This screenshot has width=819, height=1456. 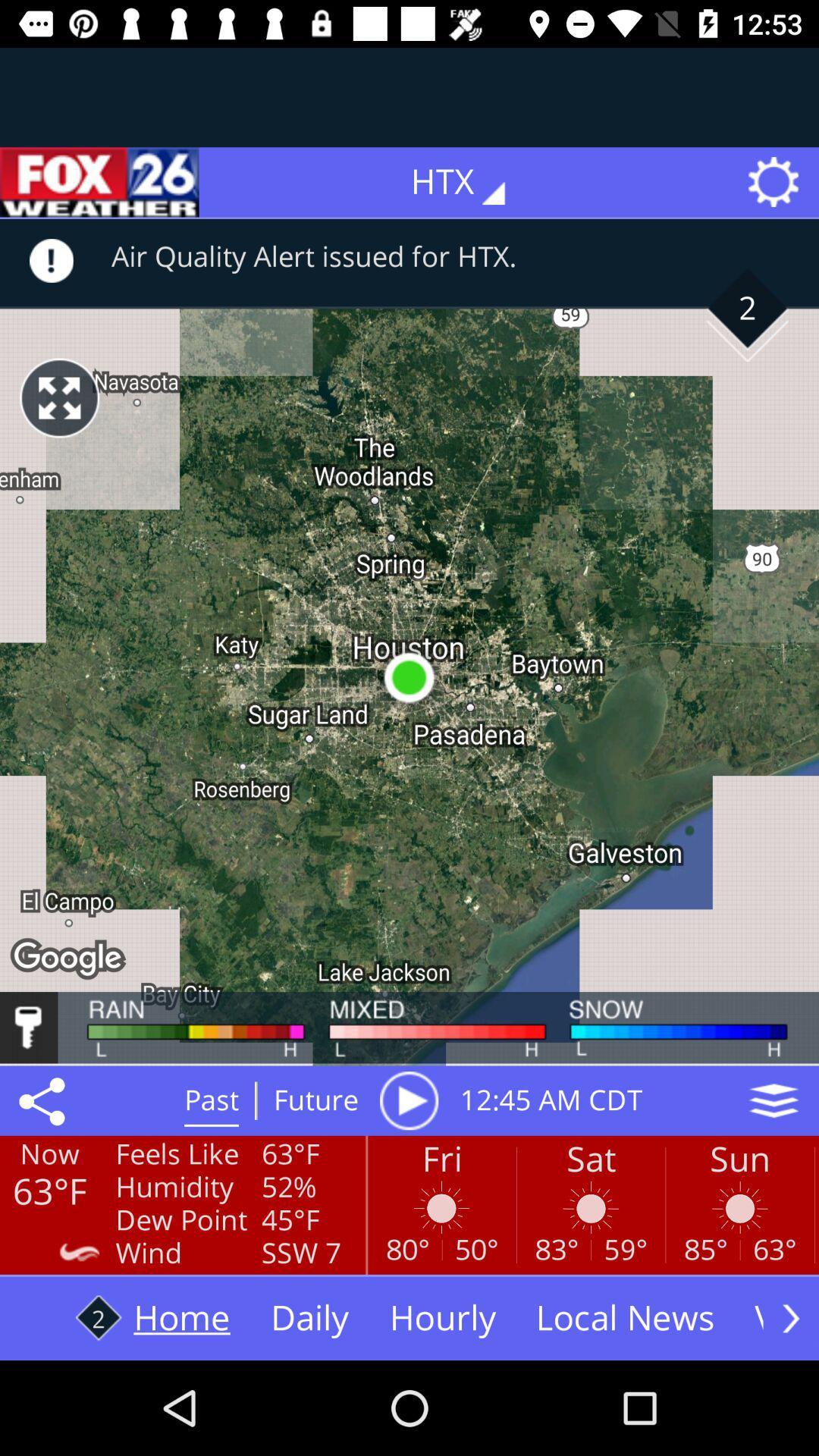 What do you see at coordinates (408, 1100) in the screenshot?
I see `the icon to the left of 12 45 am item` at bounding box center [408, 1100].